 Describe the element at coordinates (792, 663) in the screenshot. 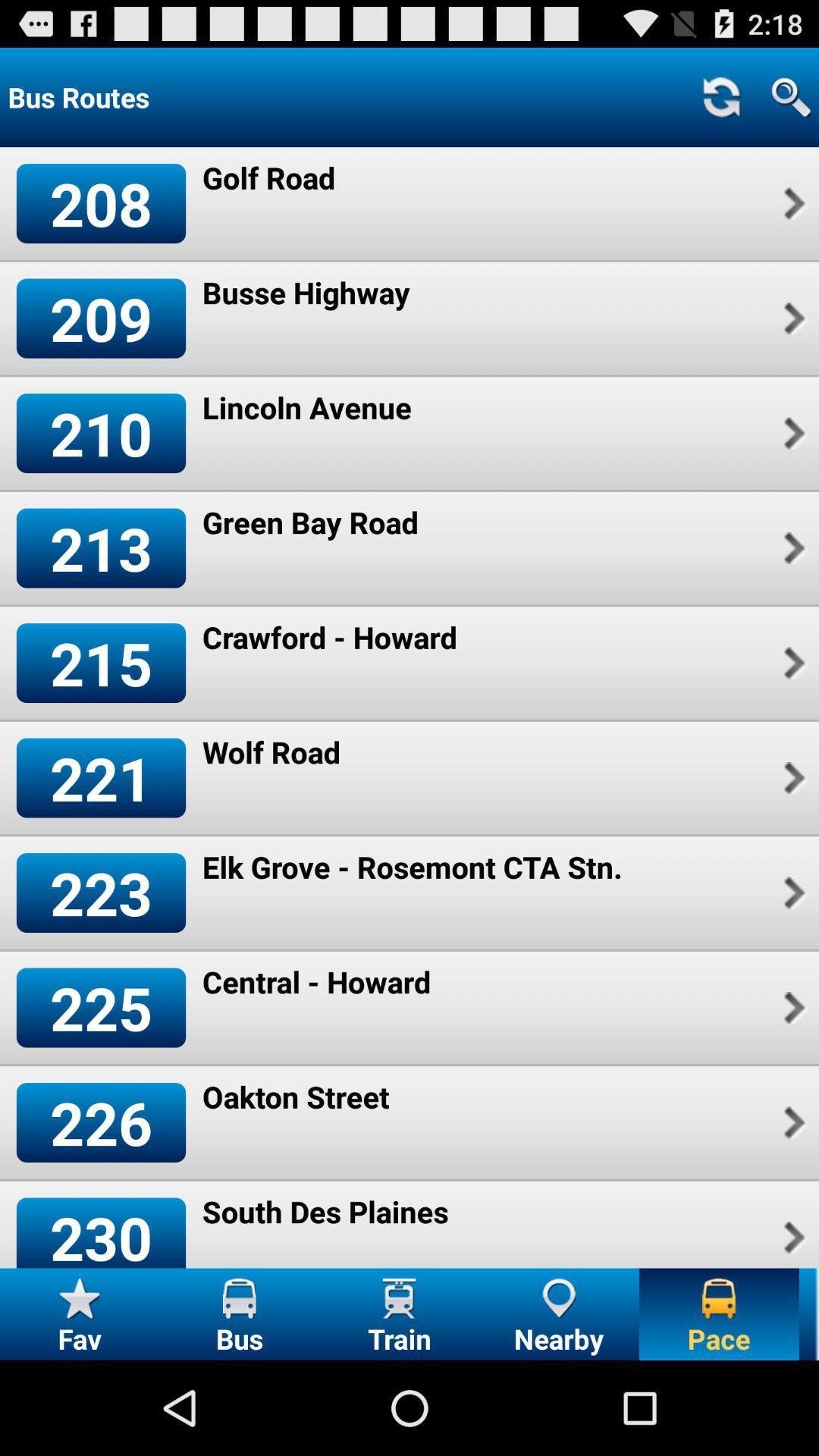

I see `the arrow which is left to text crawfordhoward` at that location.